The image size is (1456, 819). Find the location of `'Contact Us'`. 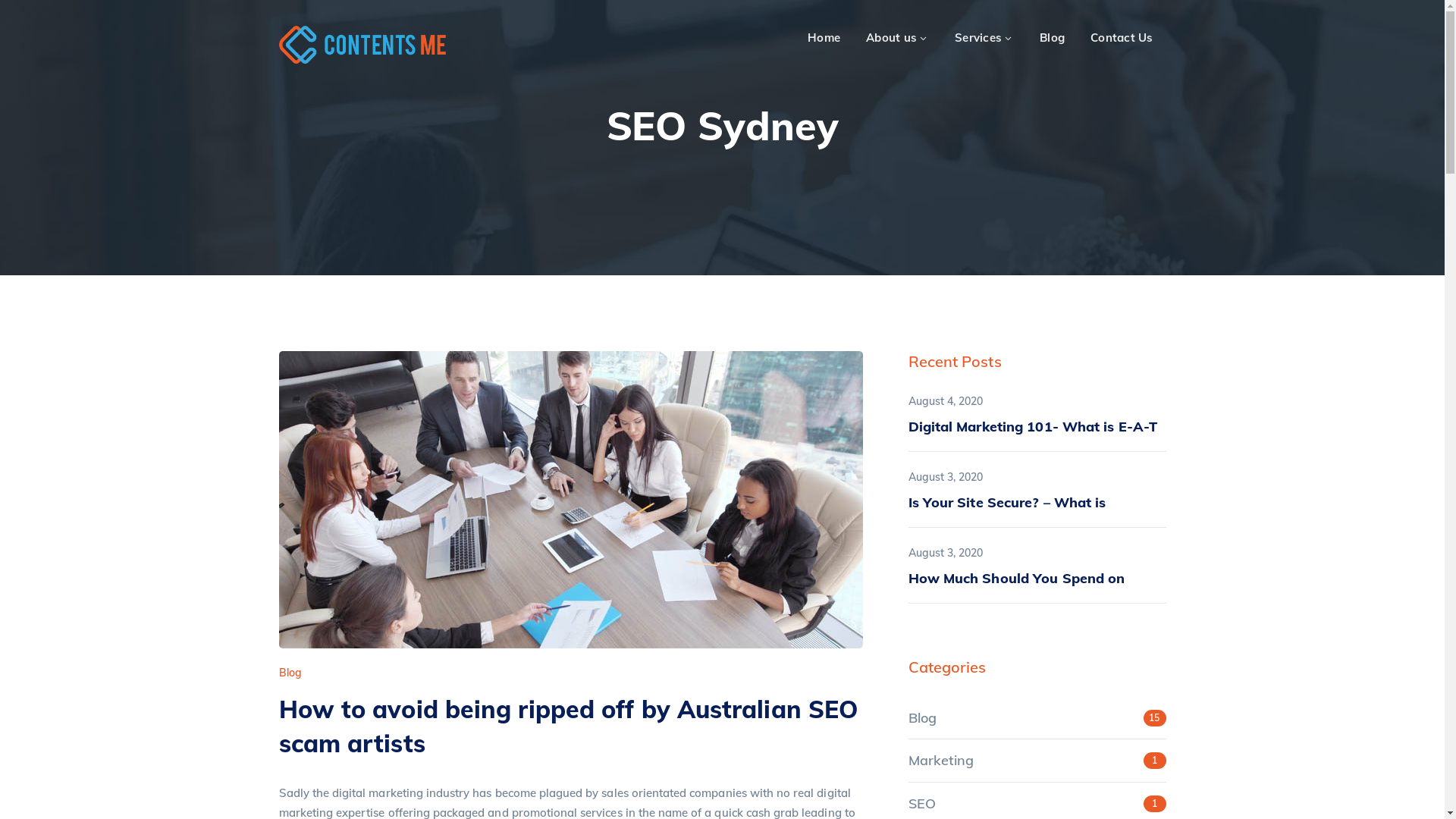

'Contact Us' is located at coordinates (1122, 37).